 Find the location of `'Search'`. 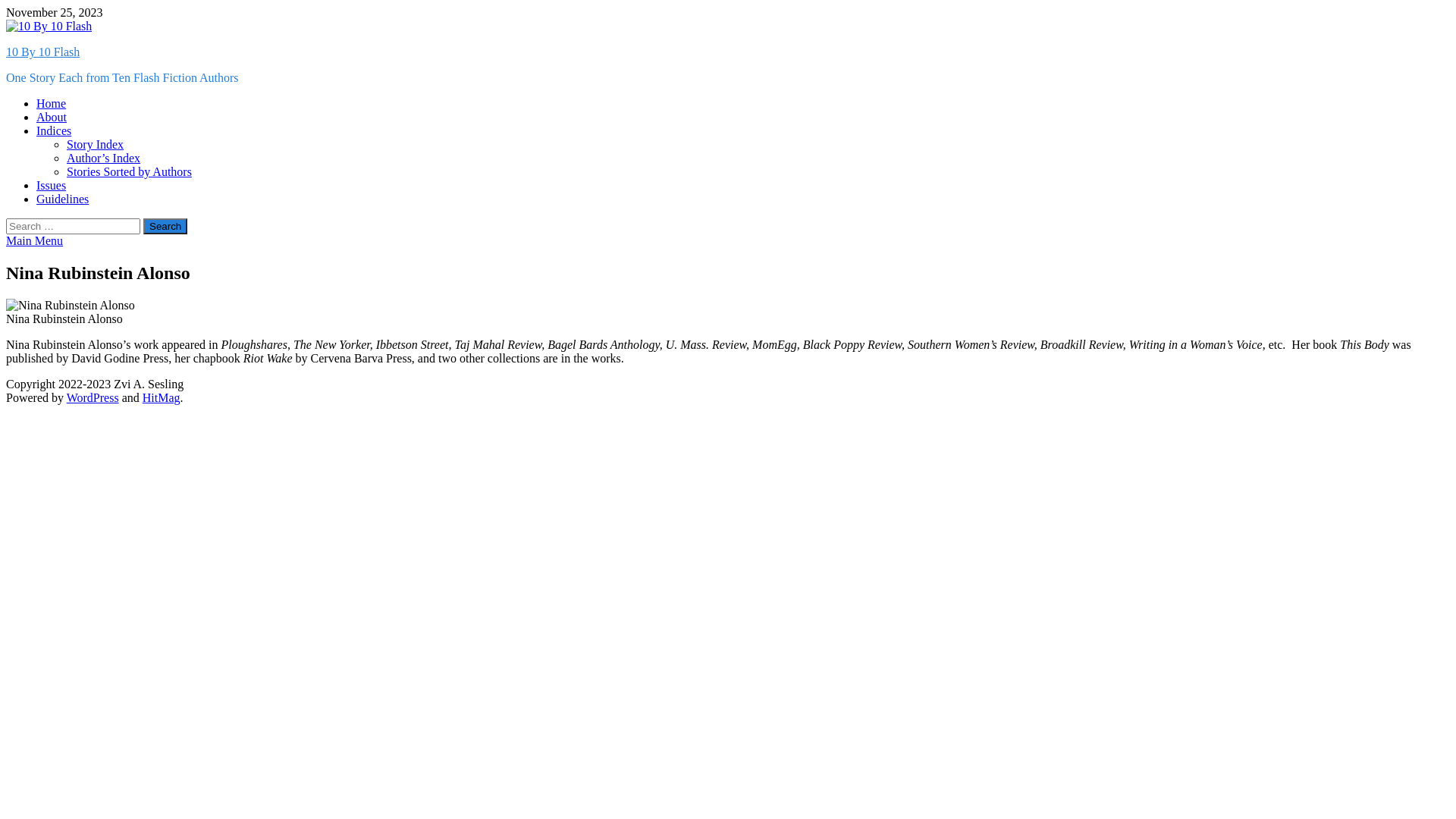

'Search' is located at coordinates (165, 226).